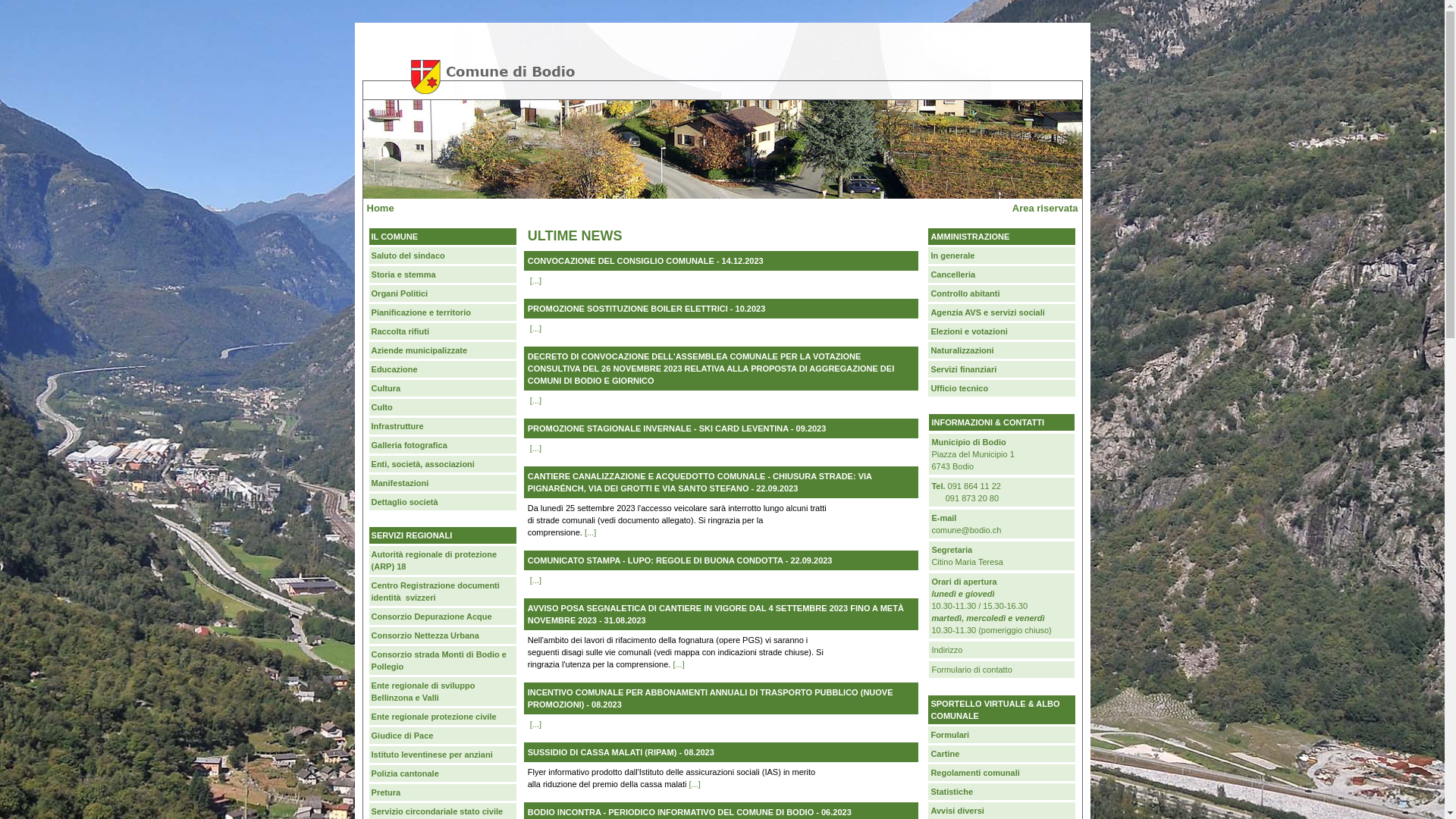  What do you see at coordinates (442, 254) in the screenshot?
I see `'Saluto del sindaco'` at bounding box center [442, 254].